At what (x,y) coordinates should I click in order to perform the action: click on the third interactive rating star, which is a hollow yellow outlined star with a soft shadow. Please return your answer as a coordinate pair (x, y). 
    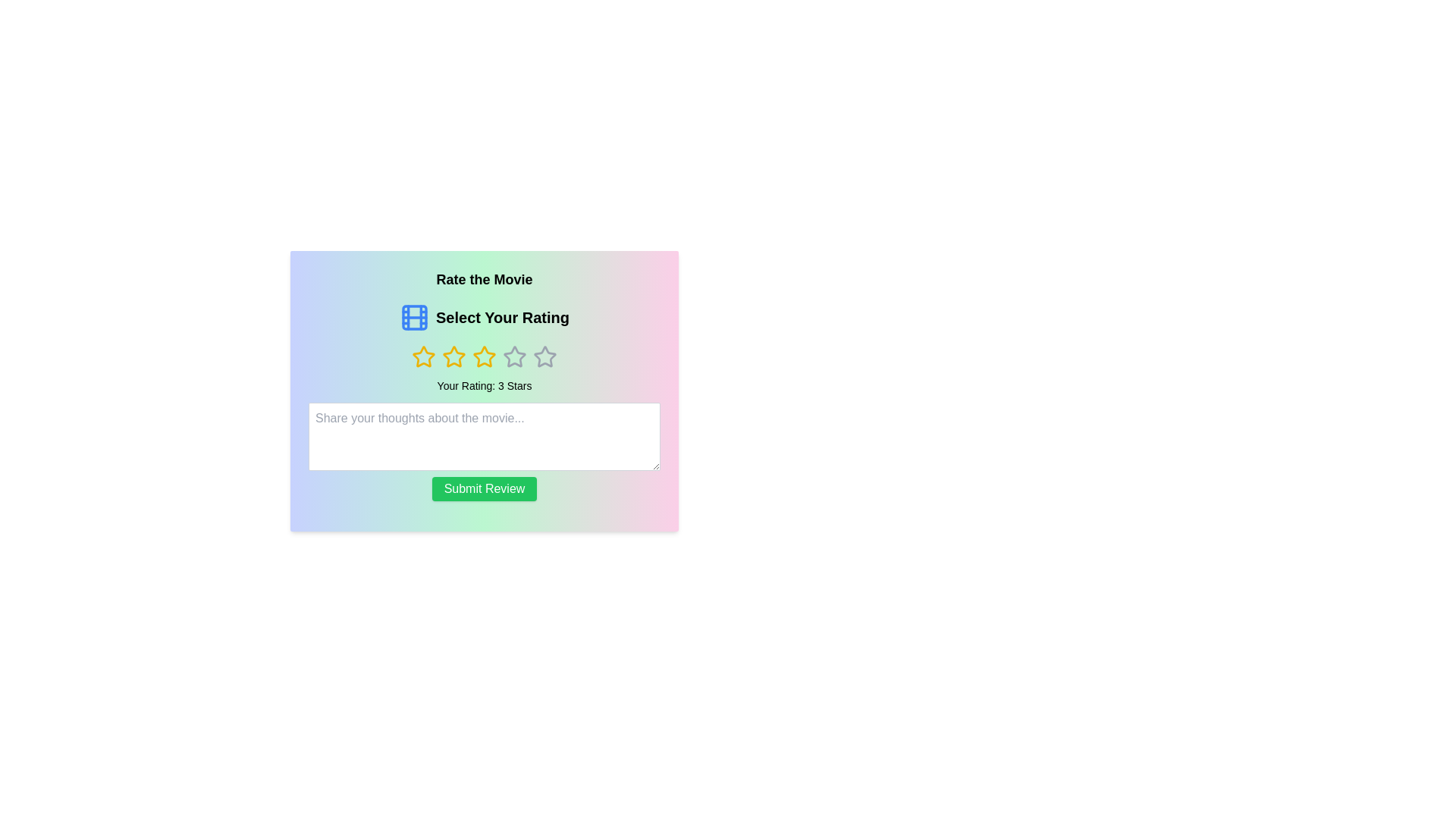
    Looking at the image, I should click on (453, 356).